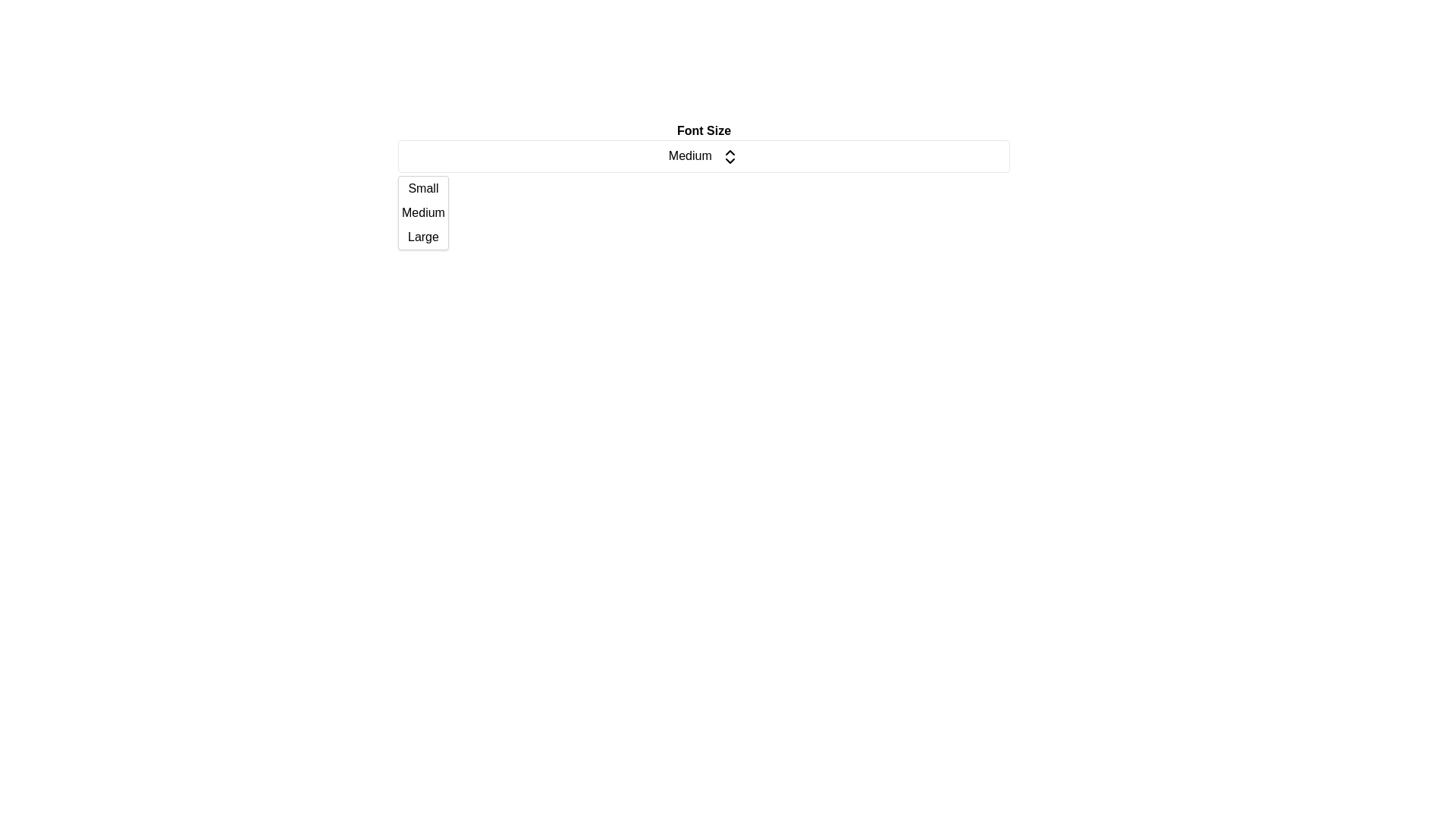 The width and height of the screenshot is (1456, 819). I want to click on the 'Large' font size option in the dropdown menu, so click(423, 237).